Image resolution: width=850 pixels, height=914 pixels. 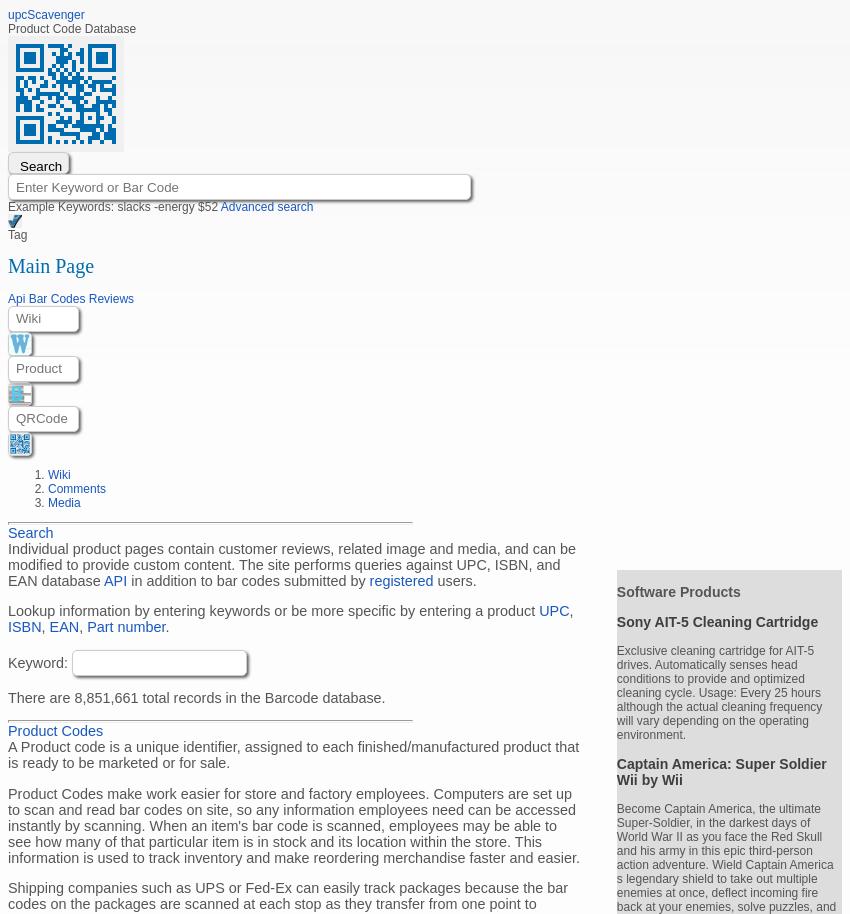 I want to click on 'Reviews', so click(x=110, y=297).